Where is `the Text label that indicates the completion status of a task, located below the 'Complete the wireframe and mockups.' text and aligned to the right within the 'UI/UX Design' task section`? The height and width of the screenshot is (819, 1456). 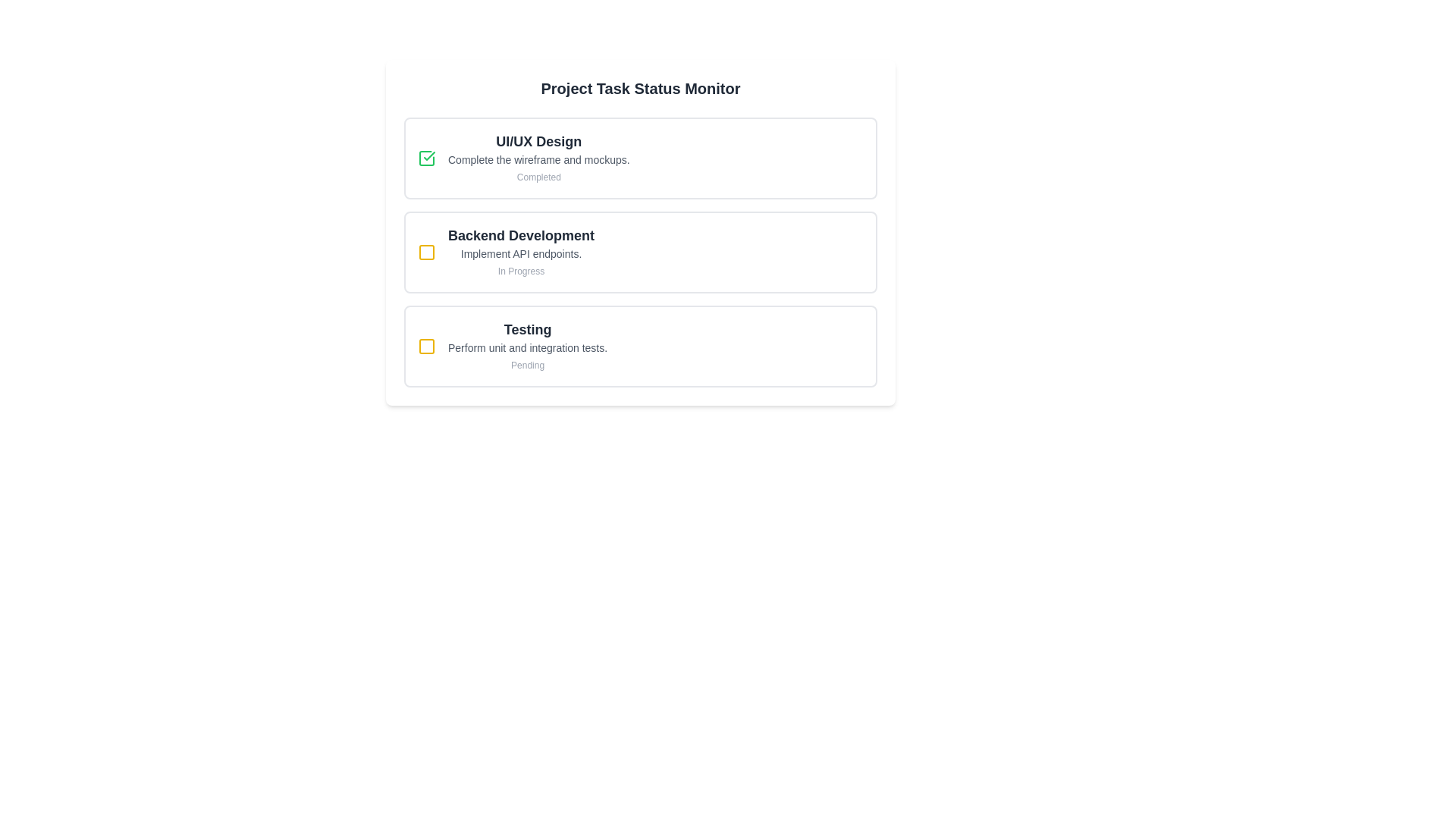
the Text label that indicates the completion status of a task, located below the 'Complete the wireframe and mockups.' text and aligned to the right within the 'UI/UX Design' task section is located at coordinates (538, 177).